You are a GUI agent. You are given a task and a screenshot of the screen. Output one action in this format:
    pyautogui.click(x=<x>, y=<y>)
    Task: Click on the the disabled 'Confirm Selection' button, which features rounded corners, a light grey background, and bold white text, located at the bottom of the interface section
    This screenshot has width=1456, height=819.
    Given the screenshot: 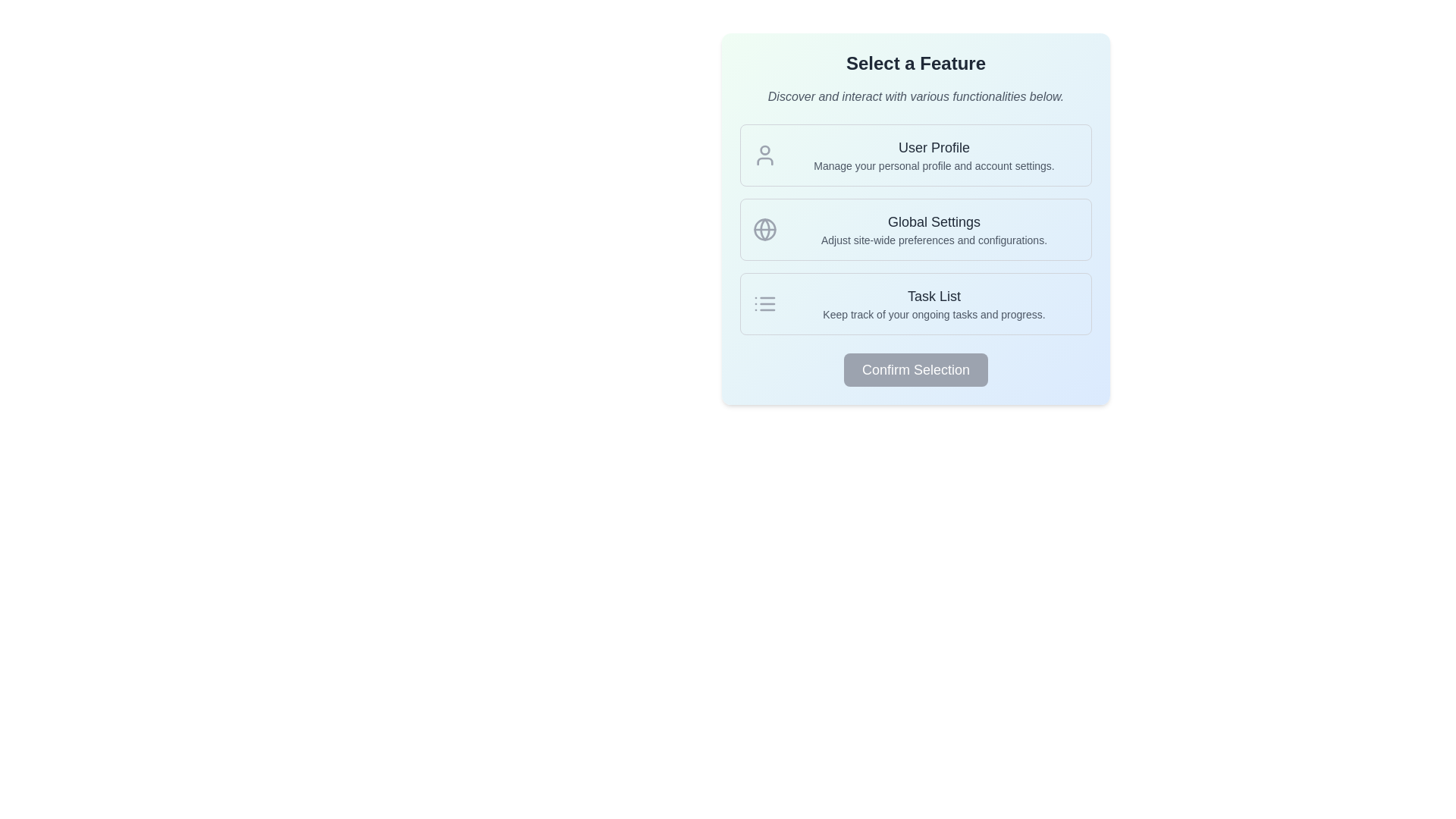 What is the action you would take?
    pyautogui.click(x=915, y=370)
    